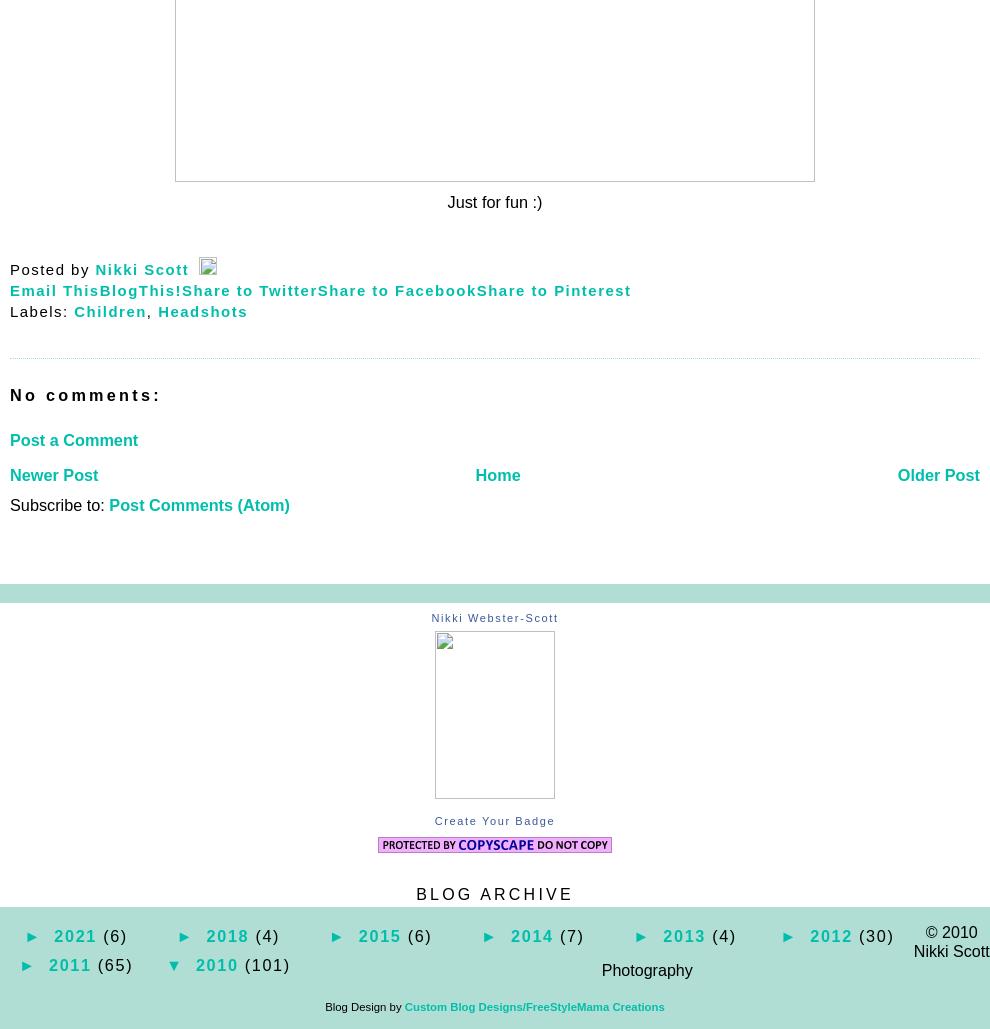 This screenshot has height=1029, width=990. I want to click on 'Blog Archive', so click(494, 894).